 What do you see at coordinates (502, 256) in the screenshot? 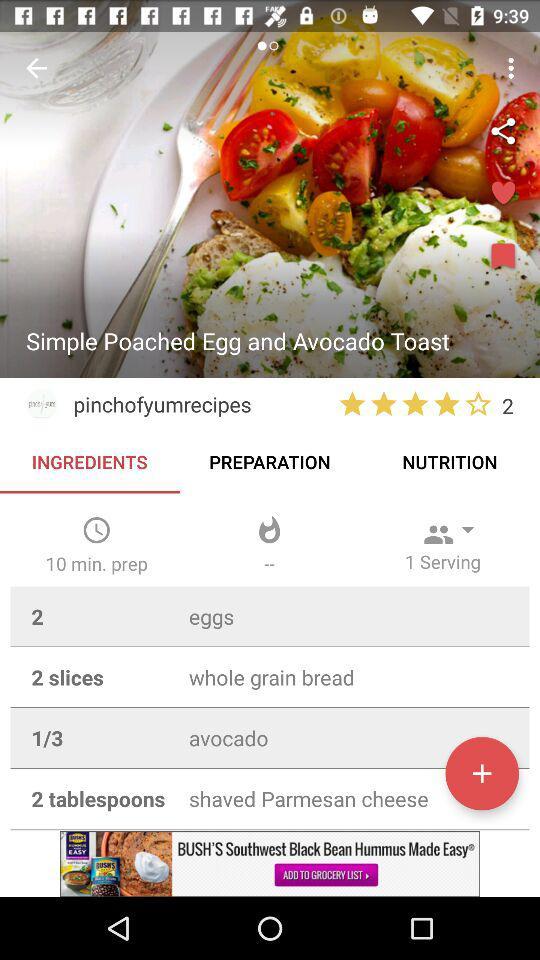
I see `the bookmark icon` at bounding box center [502, 256].